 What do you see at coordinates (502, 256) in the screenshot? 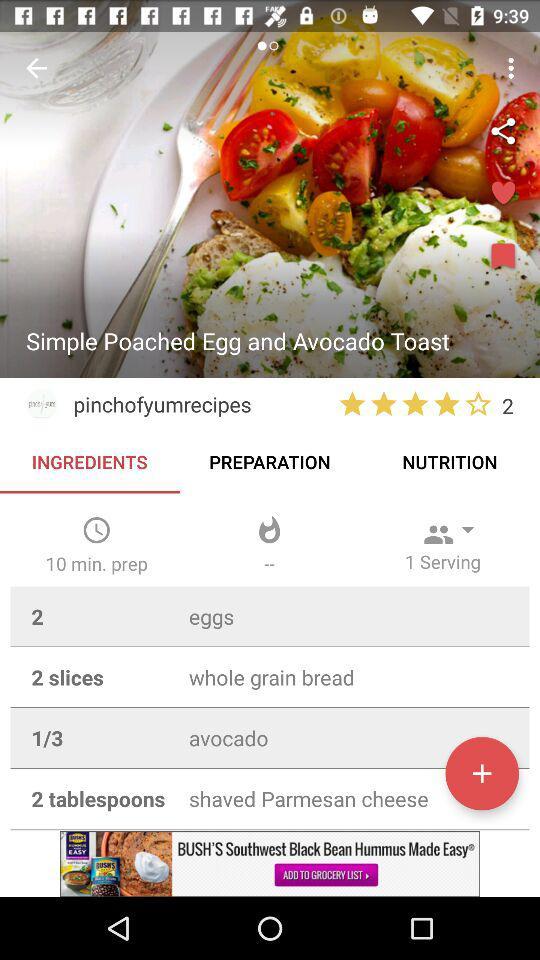
I see `the bookmark icon` at bounding box center [502, 256].